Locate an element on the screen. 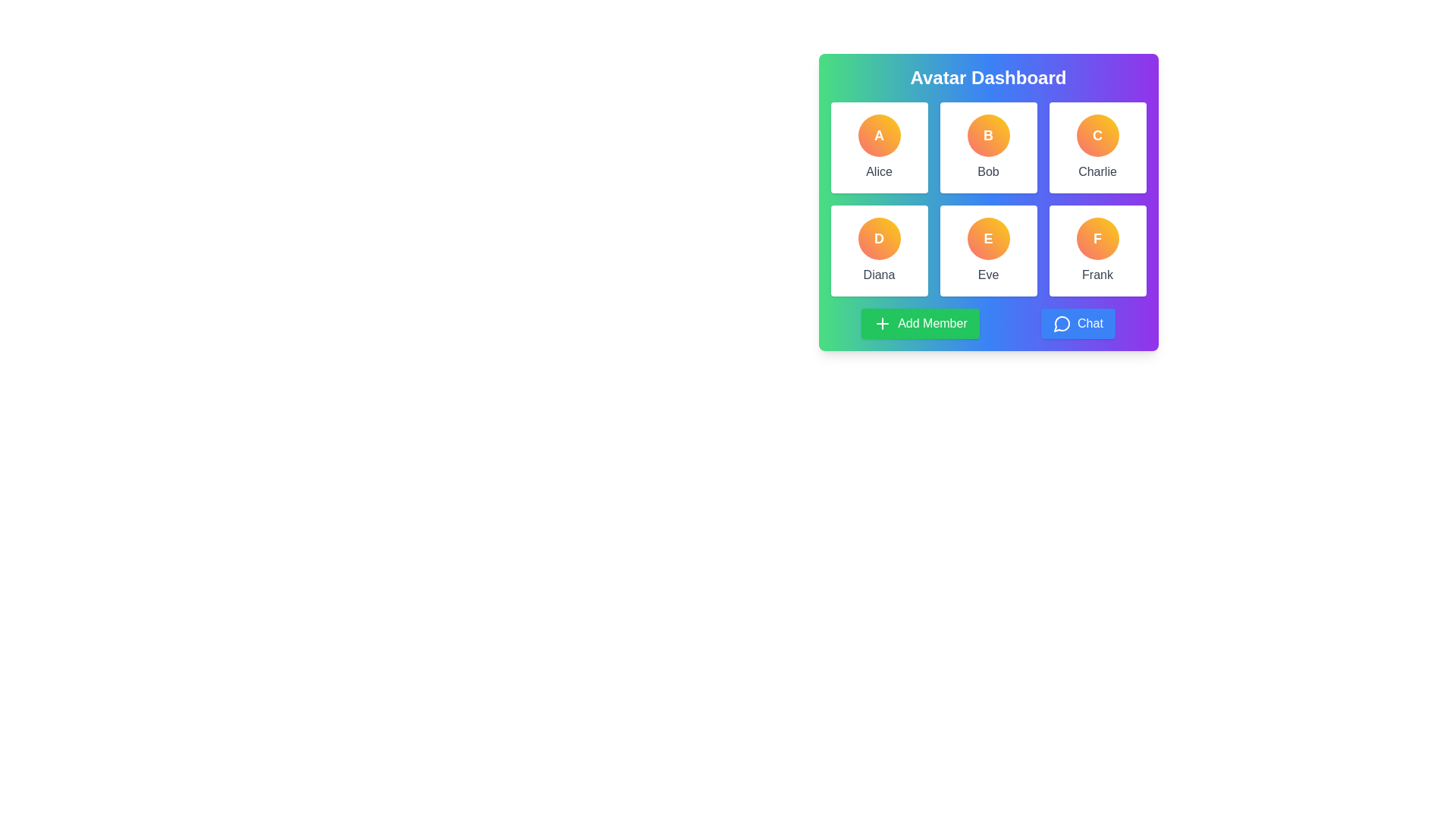  text label displaying 'Charlie' located beneath the orange circular icon with the letter 'C' in the Avatar Dashboard interface is located at coordinates (1097, 171).